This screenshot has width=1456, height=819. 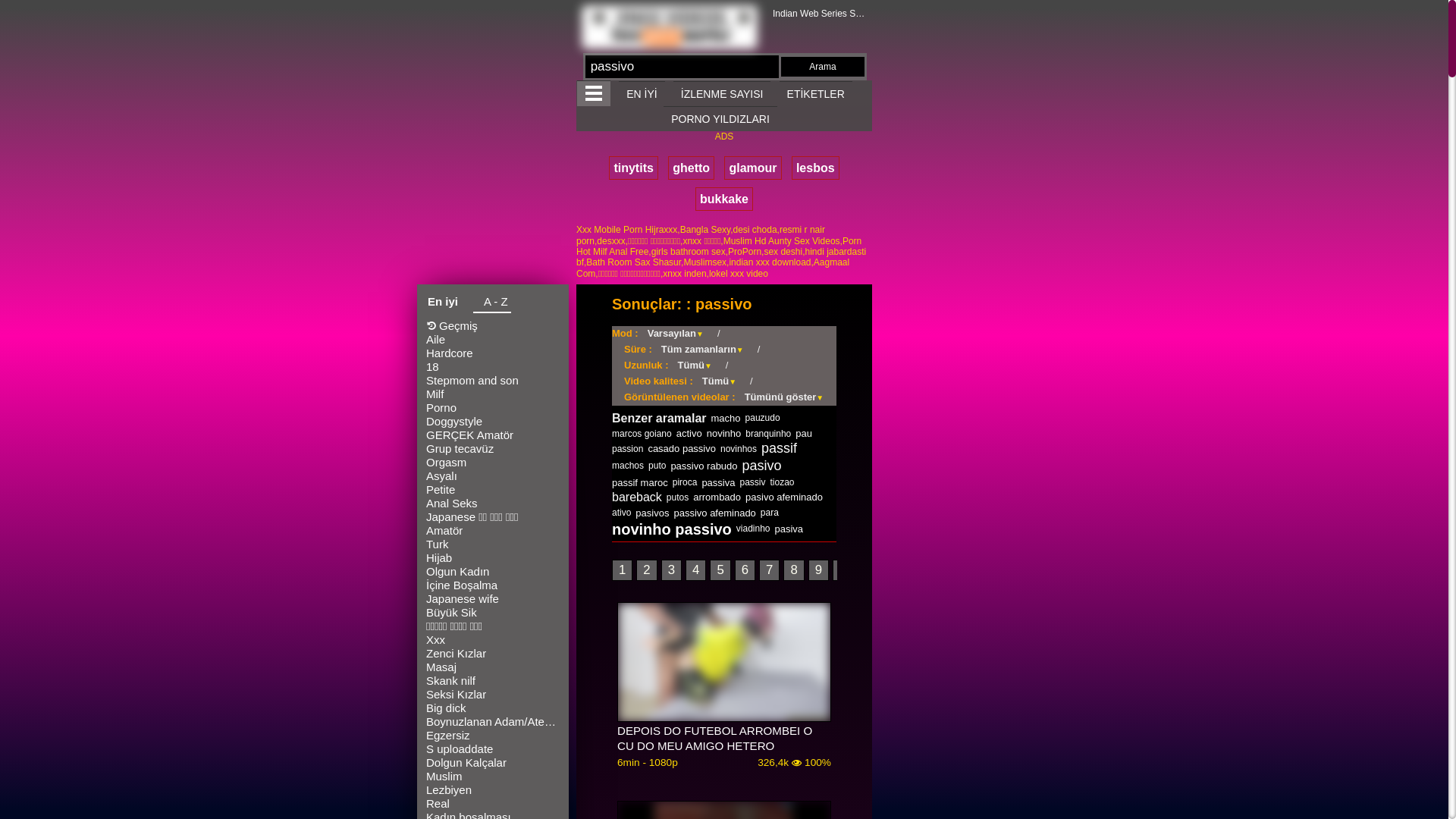 I want to click on 'ETIKETLER', so click(x=814, y=93).